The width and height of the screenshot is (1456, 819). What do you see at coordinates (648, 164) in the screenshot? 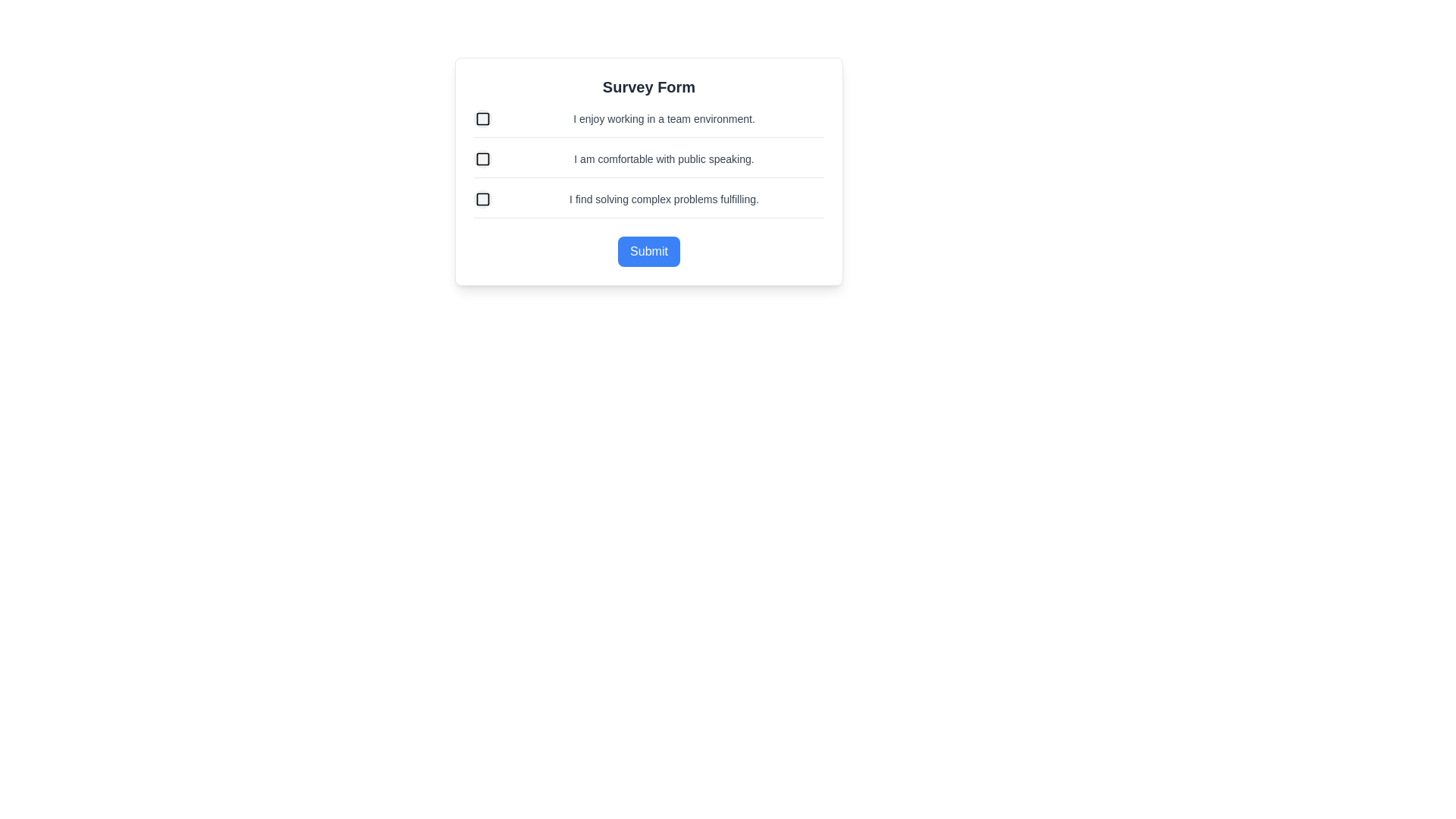
I see `the checkboxes in the Survey question section` at bounding box center [648, 164].